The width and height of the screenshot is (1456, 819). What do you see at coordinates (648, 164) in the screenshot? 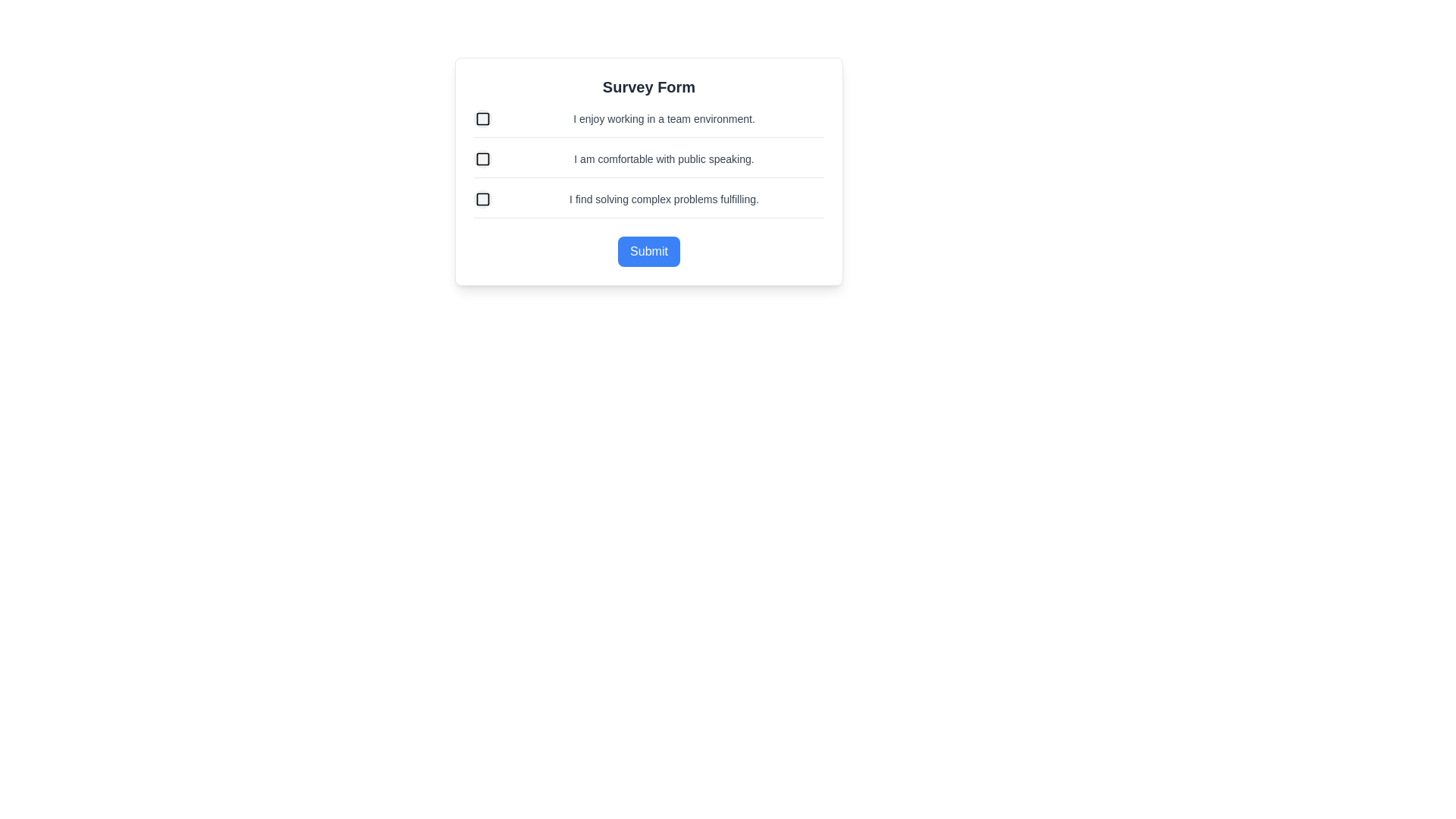
I see `the checkboxes in the Survey question section` at bounding box center [648, 164].